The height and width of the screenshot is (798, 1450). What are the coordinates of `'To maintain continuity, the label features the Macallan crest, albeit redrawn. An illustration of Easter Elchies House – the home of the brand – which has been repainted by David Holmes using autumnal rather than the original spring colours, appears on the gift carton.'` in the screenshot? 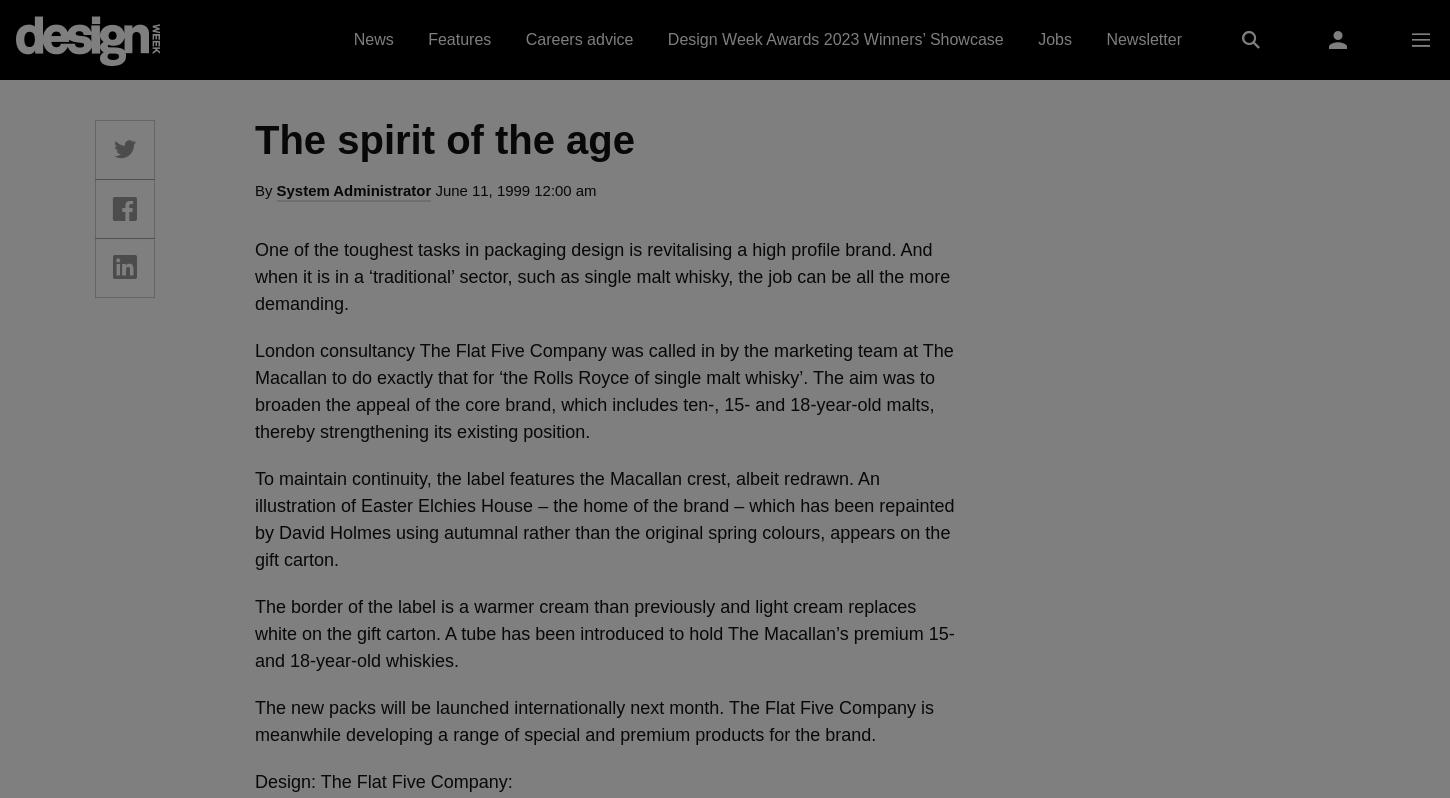 It's located at (604, 518).